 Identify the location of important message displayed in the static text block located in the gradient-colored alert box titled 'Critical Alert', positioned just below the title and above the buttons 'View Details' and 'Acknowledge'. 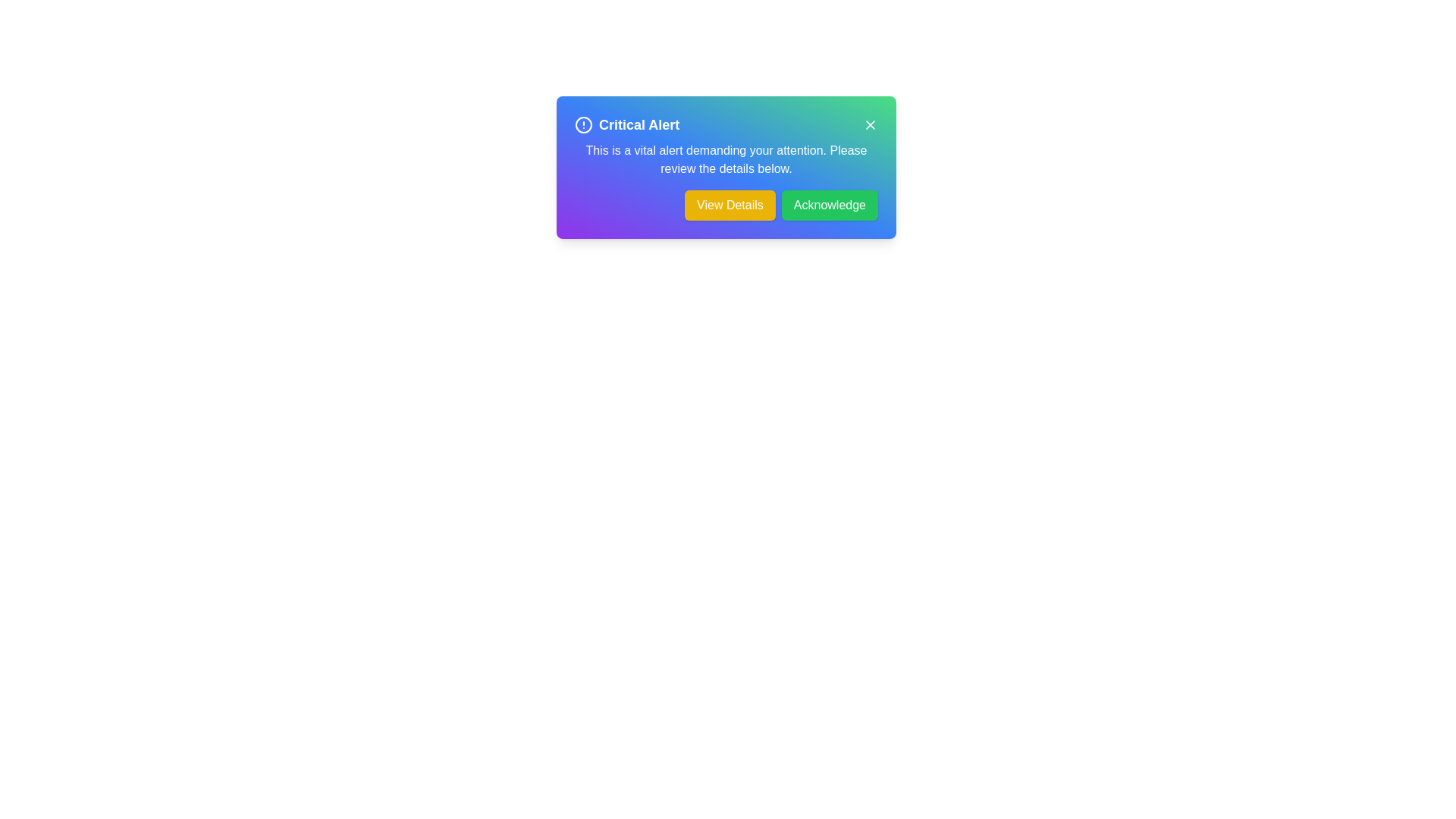
(726, 160).